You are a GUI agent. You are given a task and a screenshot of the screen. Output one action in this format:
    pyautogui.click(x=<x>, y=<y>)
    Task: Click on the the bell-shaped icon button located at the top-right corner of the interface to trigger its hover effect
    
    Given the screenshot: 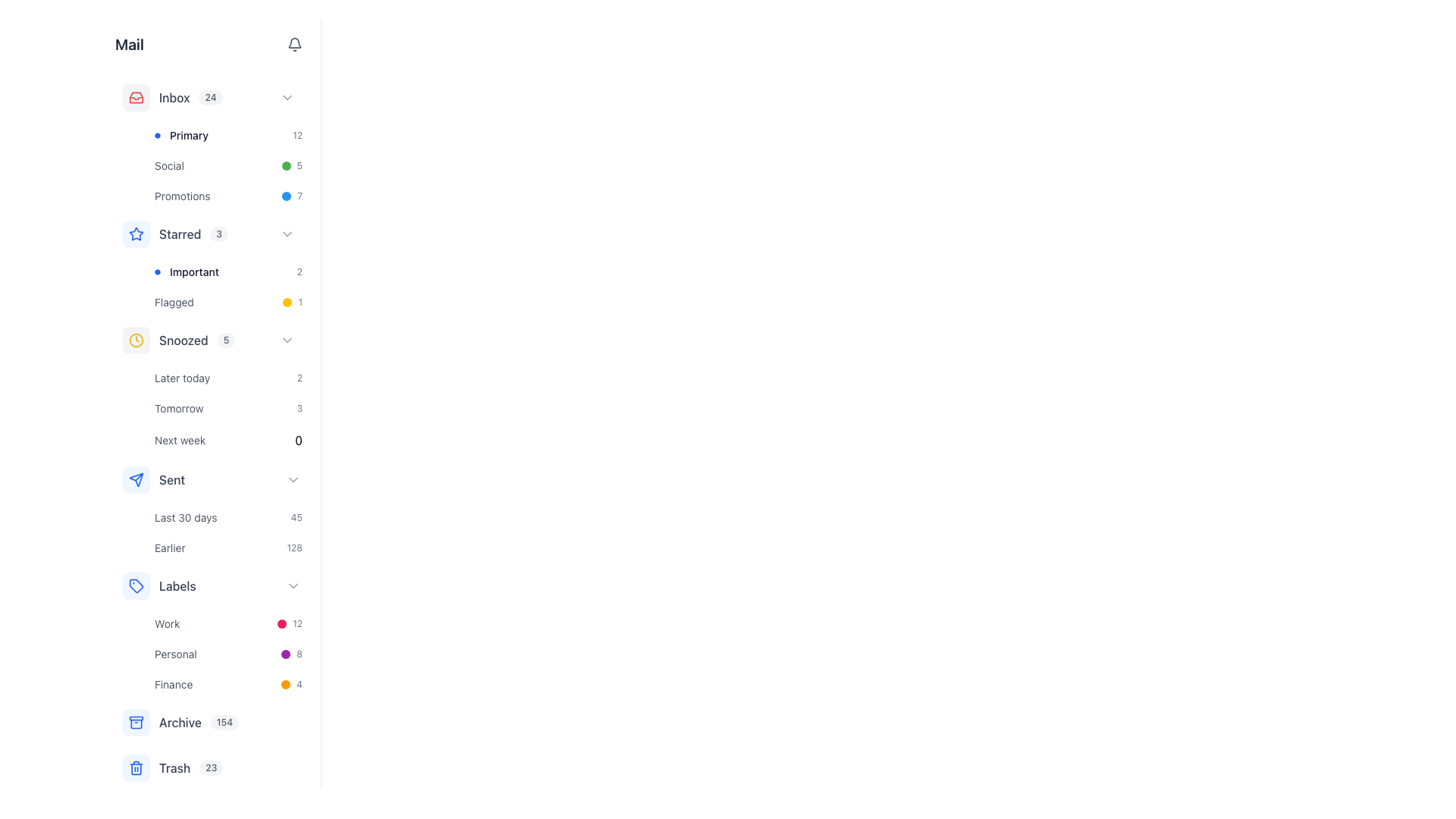 What is the action you would take?
    pyautogui.click(x=294, y=43)
    